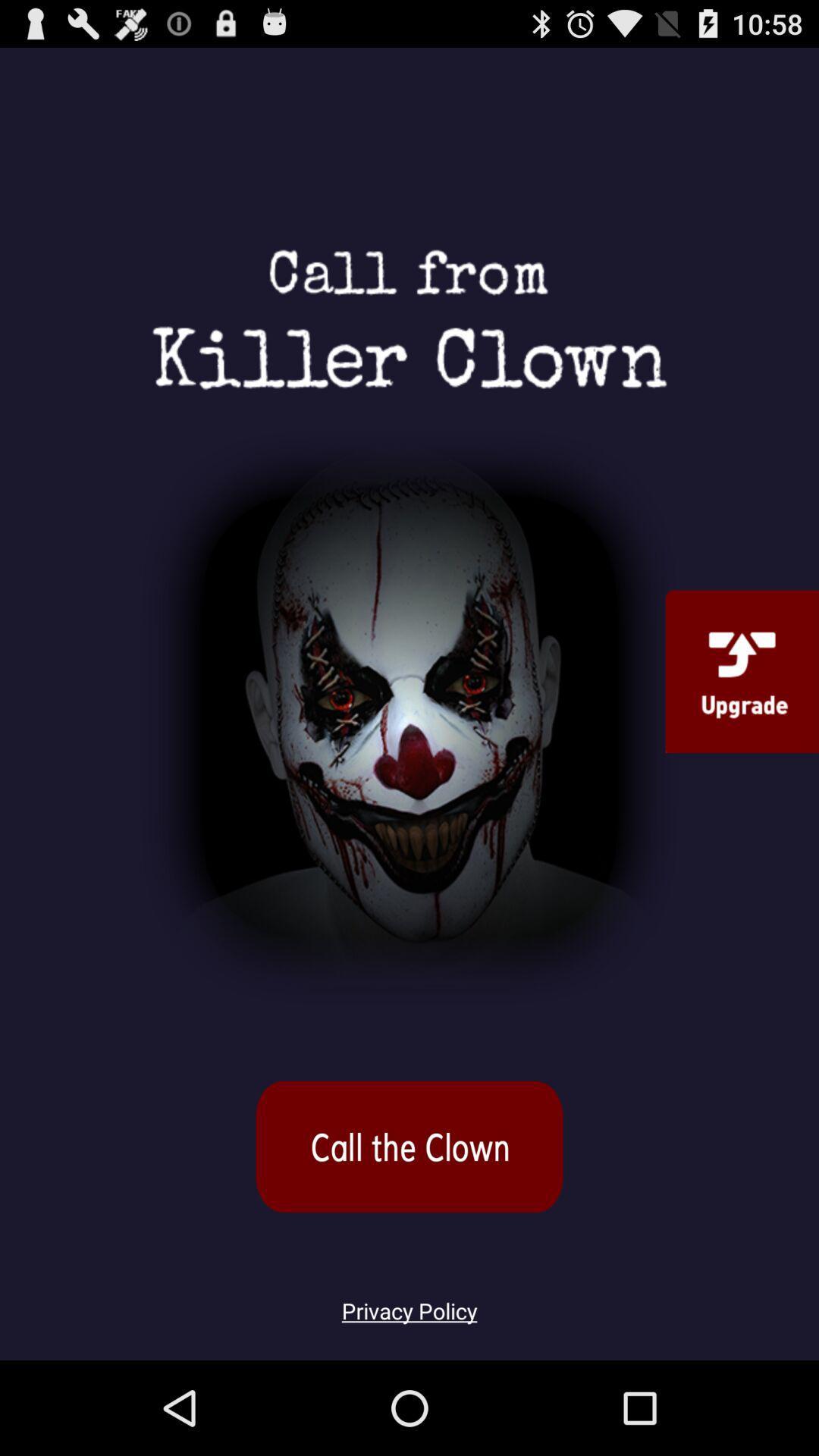 This screenshot has height=1456, width=819. I want to click on upgrade killer clown, so click(741, 670).